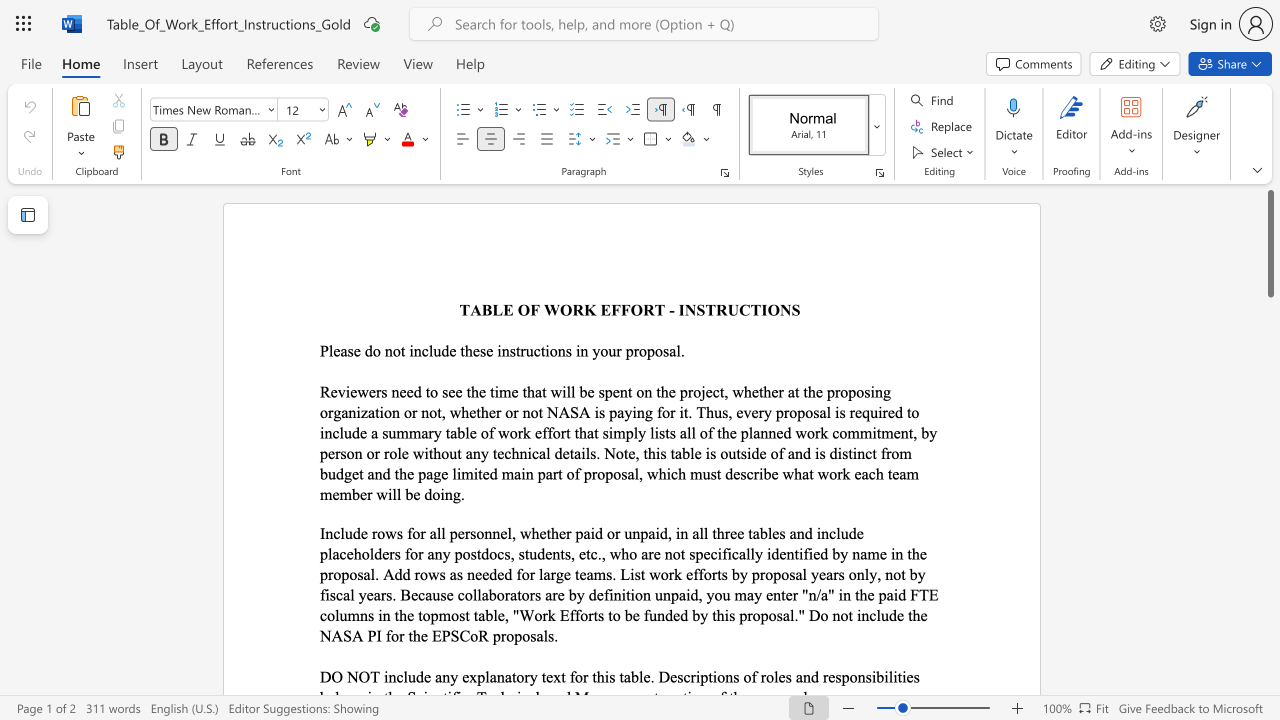 Image resolution: width=1280 pixels, height=720 pixels. I want to click on the scrollbar to adjust the page downward, so click(1269, 460).